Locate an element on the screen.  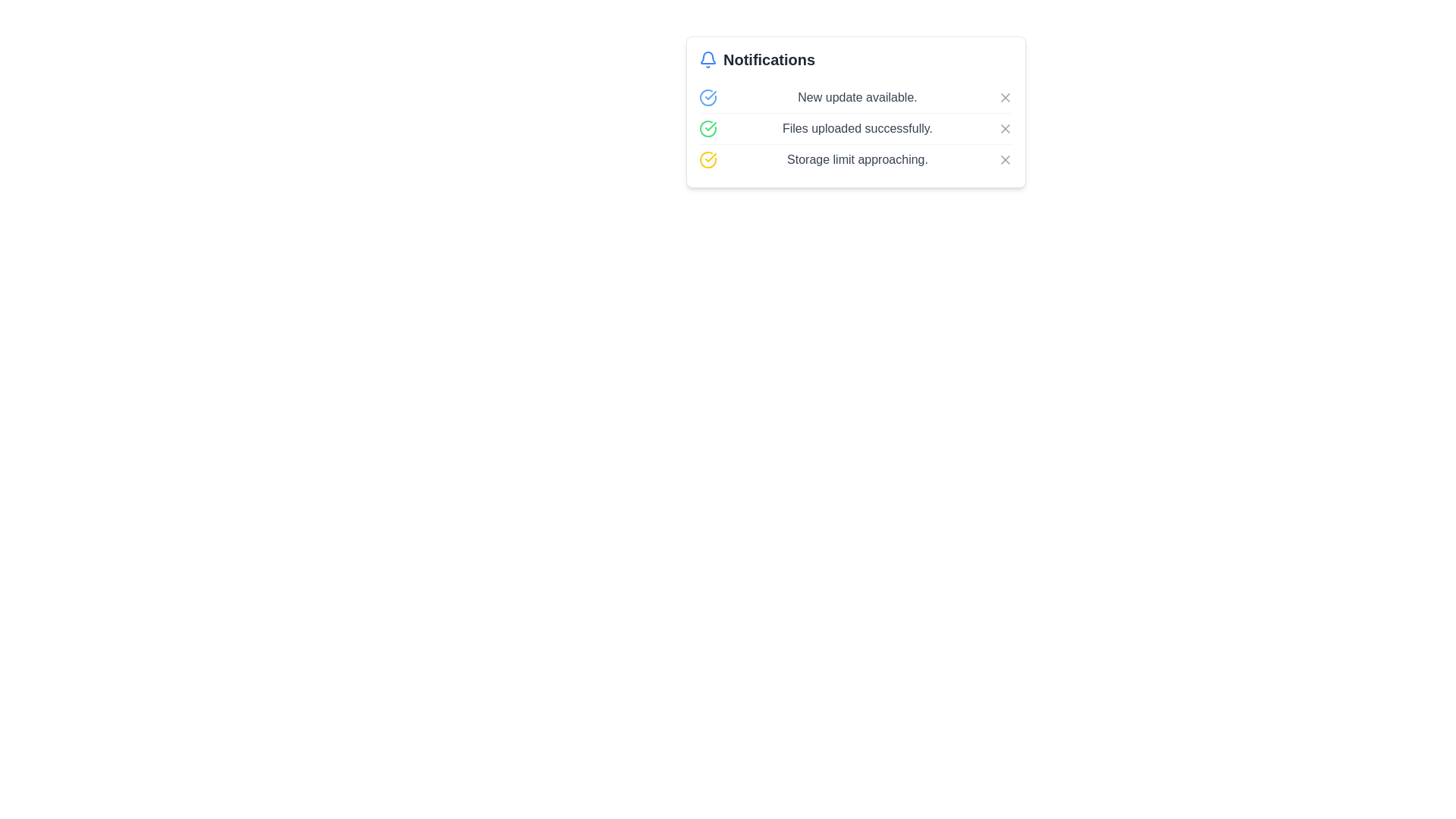
the Close icon segment of the notification panel, which is a small, tilted line segment part of an 'X' shape, located next to the text 'Files uploaded successfully.' is located at coordinates (1005, 127).